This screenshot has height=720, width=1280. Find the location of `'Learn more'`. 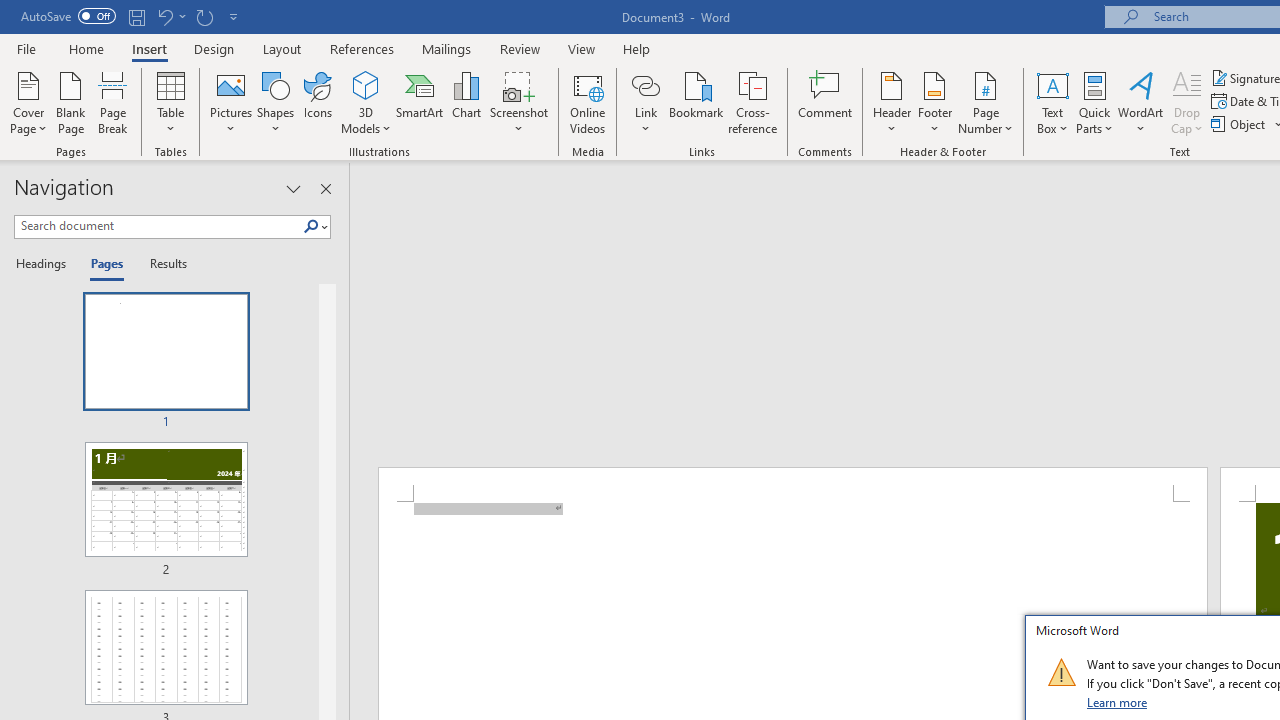

'Learn more' is located at coordinates (1117, 701).